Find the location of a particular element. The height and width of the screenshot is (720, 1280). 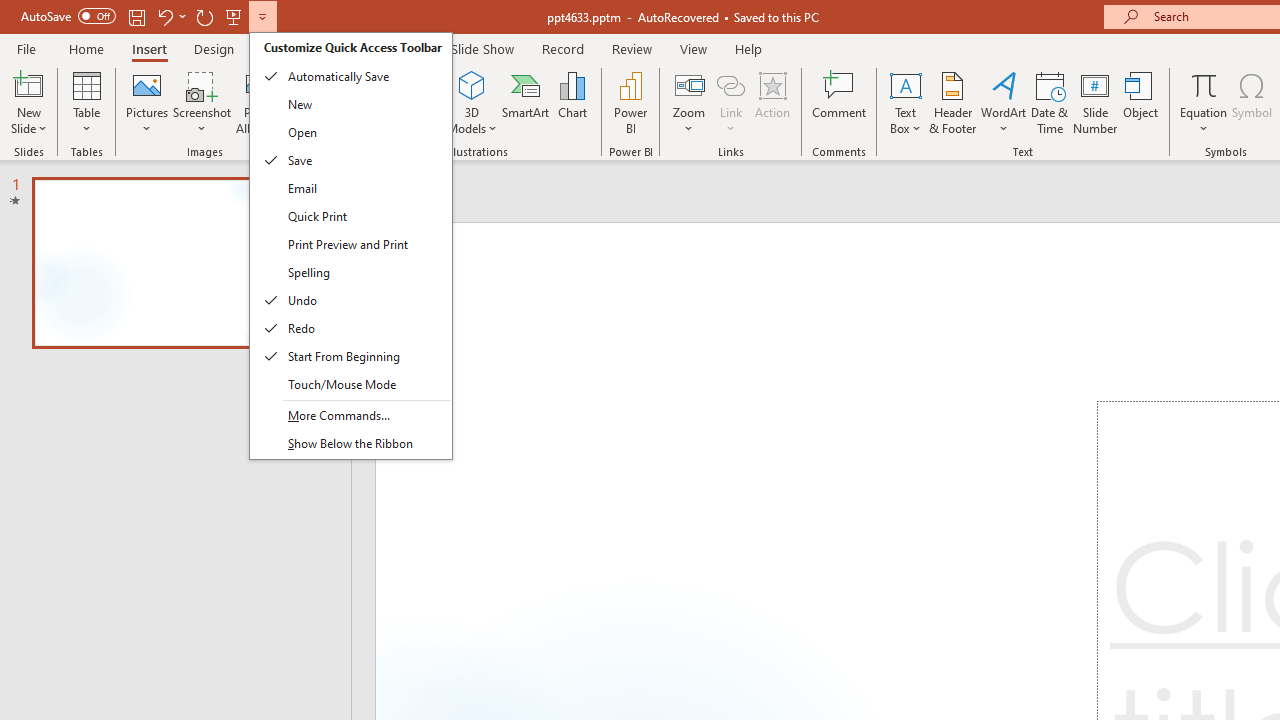

'Screenshot' is located at coordinates (202, 103).